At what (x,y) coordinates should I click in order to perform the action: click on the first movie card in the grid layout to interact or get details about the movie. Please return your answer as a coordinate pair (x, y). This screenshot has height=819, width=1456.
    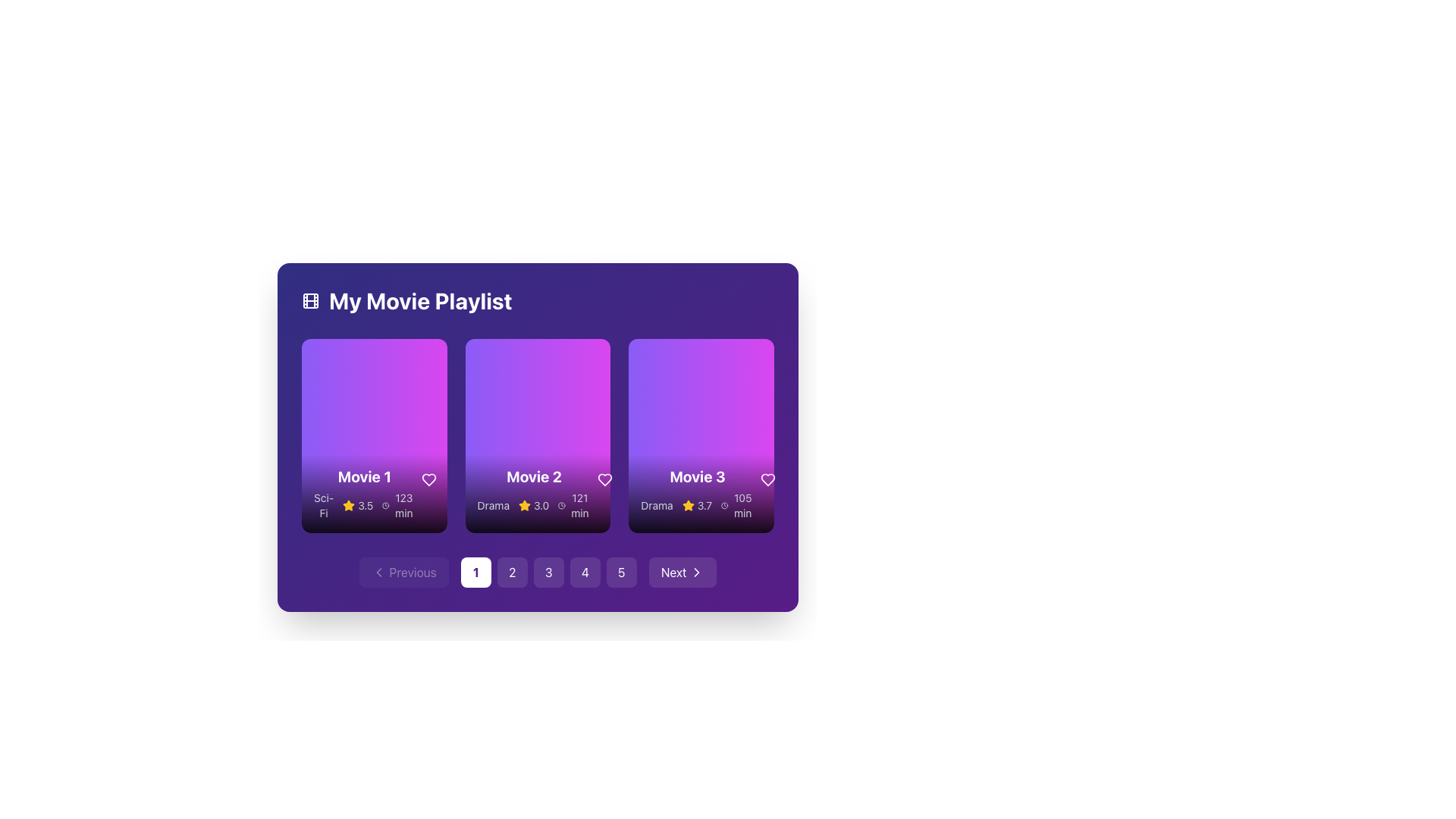
    Looking at the image, I should click on (374, 435).